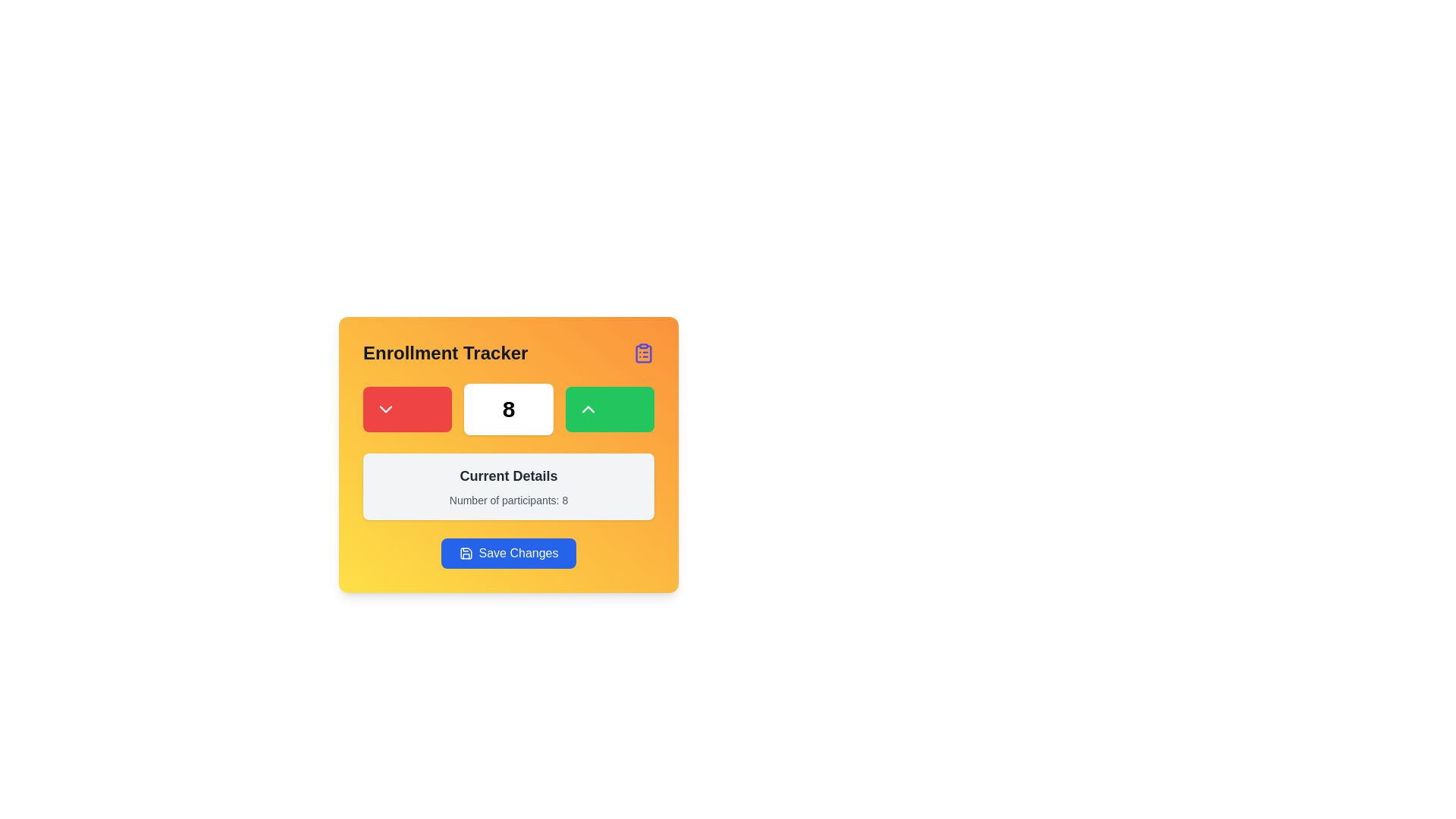 Image resolution: width=1456 pixels, height=819 pixels. What do you see at coordinates (509, 409) in the screenshot?
I see `the non-interactive numerical display showing the number '8' in a bold and large font within a white box, centrally located in the grid layout` at bounding box center [509, 409].